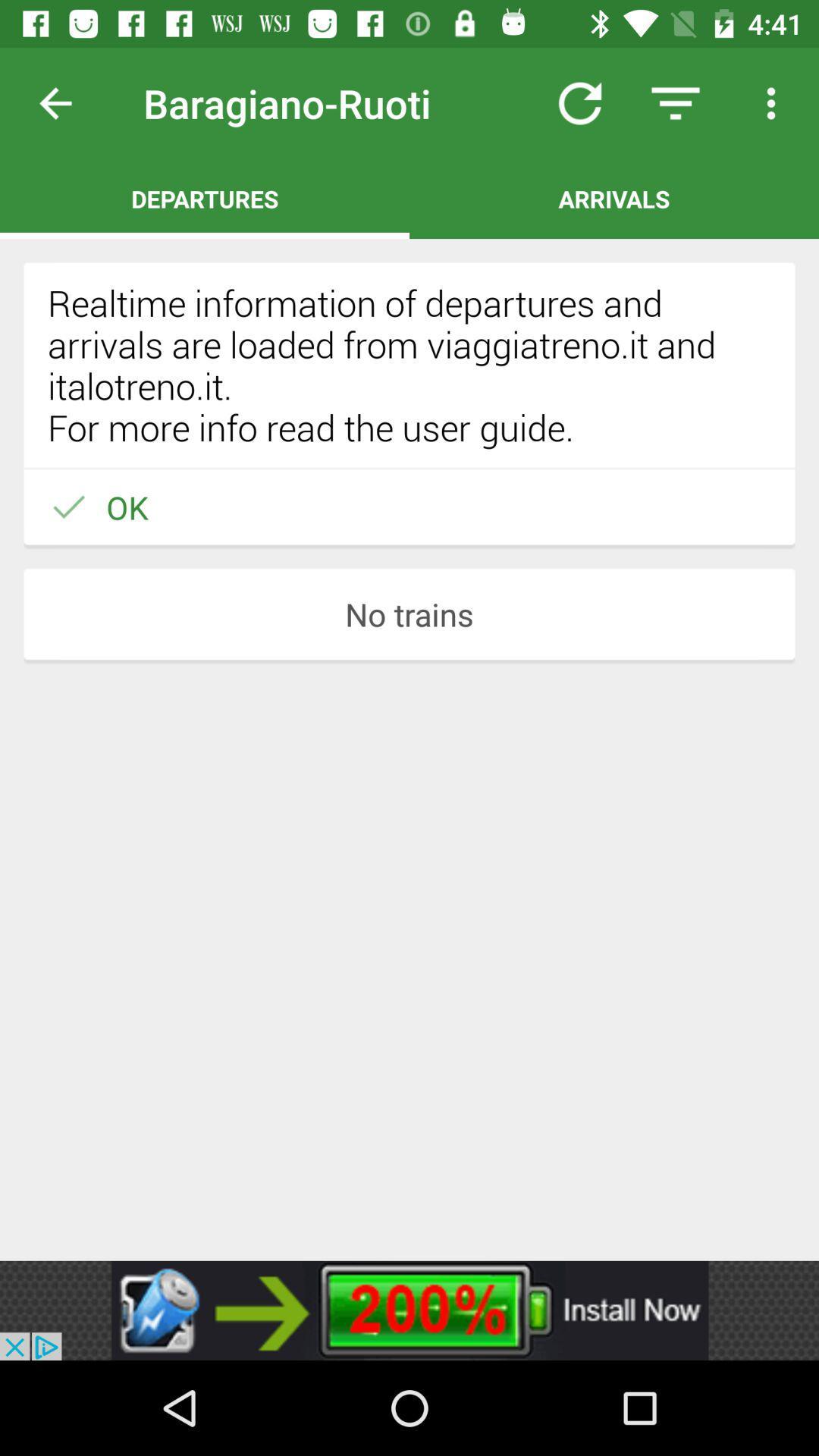  What do you see at coordinates (67, 102) in the screenshot?
I see `good` at bounding box center [67, 102].